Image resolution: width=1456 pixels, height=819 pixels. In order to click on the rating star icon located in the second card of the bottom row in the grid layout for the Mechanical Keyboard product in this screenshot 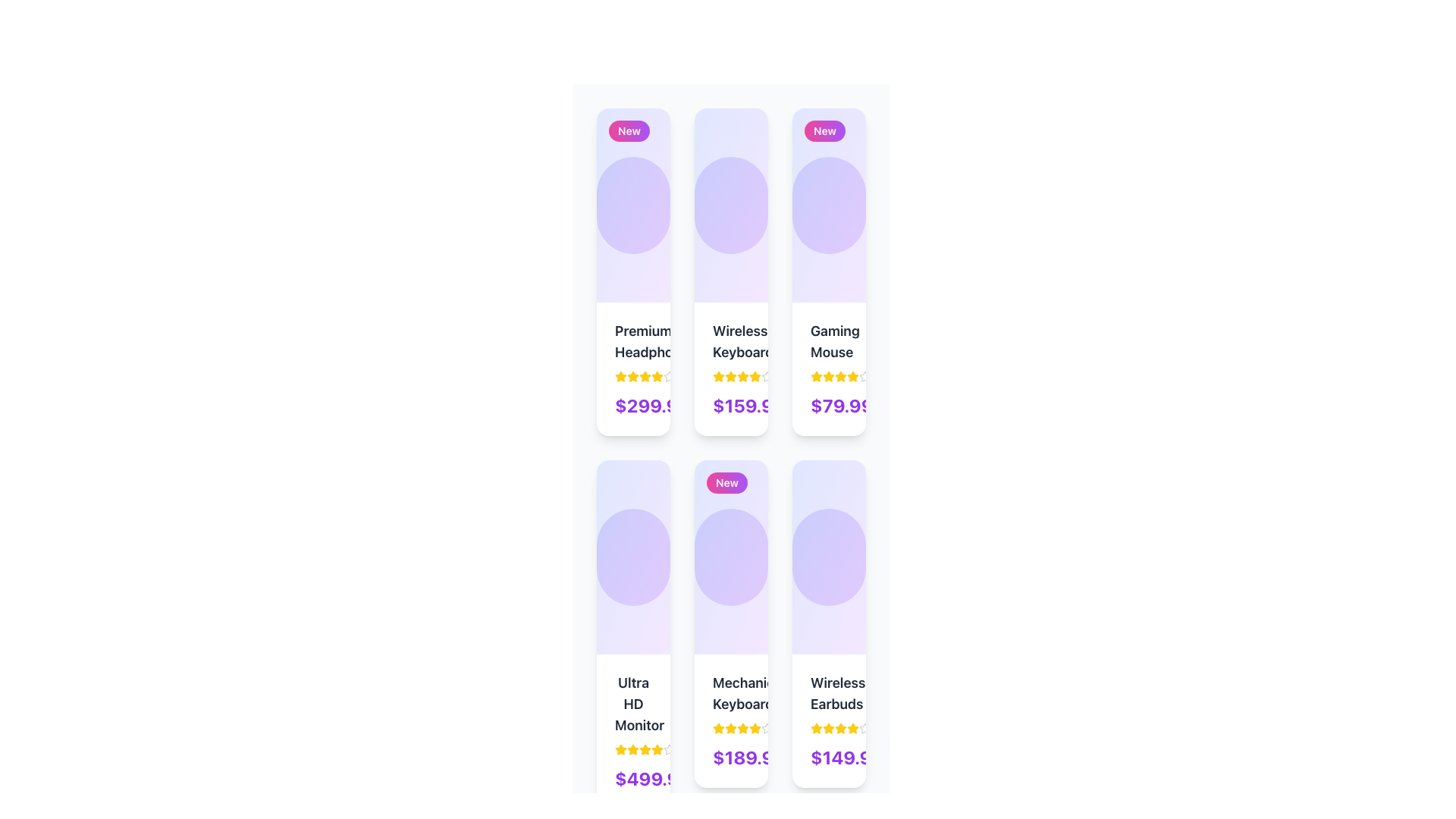, I will do `click(731, 727)`.